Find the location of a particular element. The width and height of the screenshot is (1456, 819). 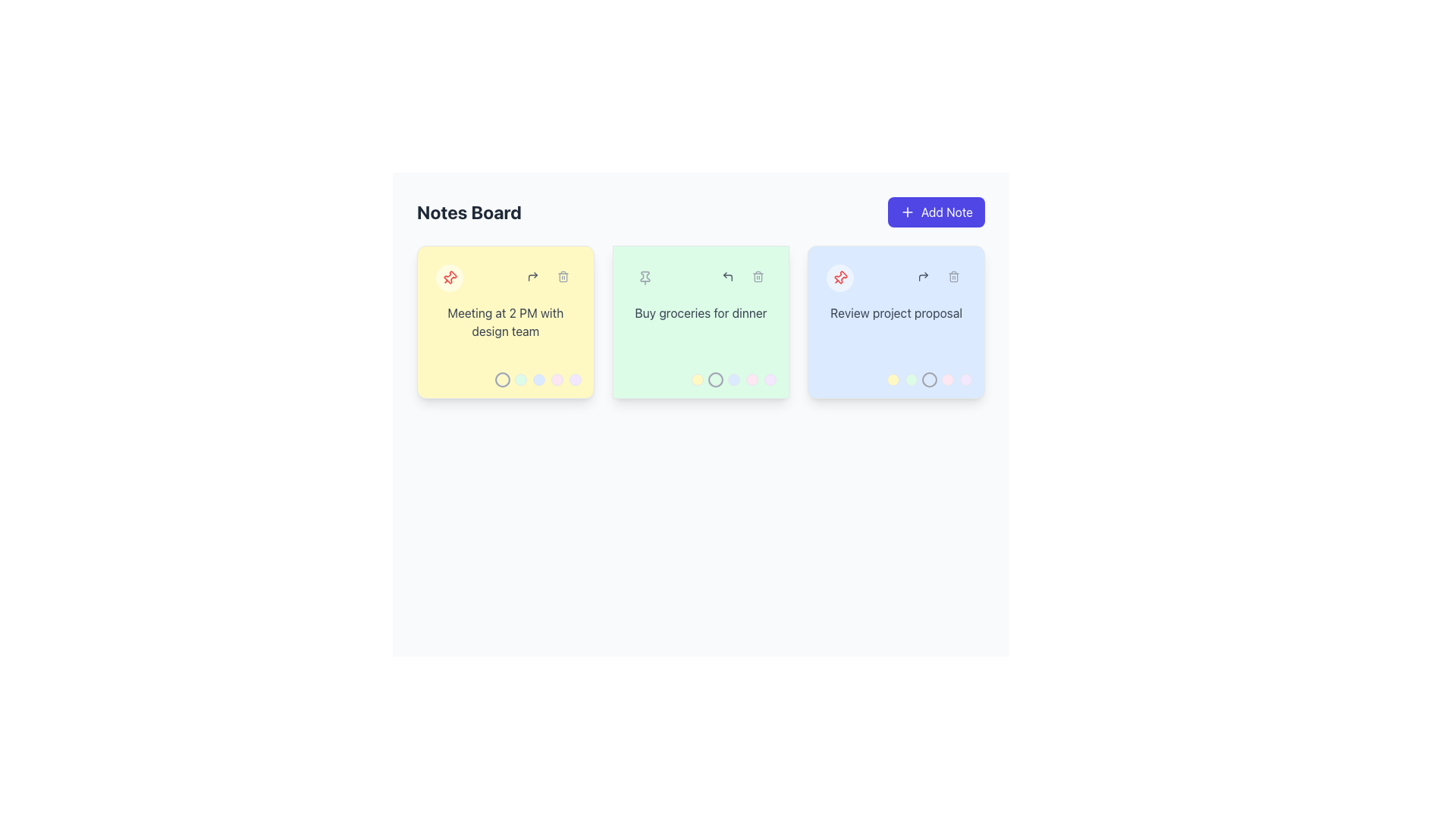

the visual state of the pinned icon representing the important or prioritized note card, which is the second graphical component in the top-left subsection of the interface is located at coordinates (840, 277).